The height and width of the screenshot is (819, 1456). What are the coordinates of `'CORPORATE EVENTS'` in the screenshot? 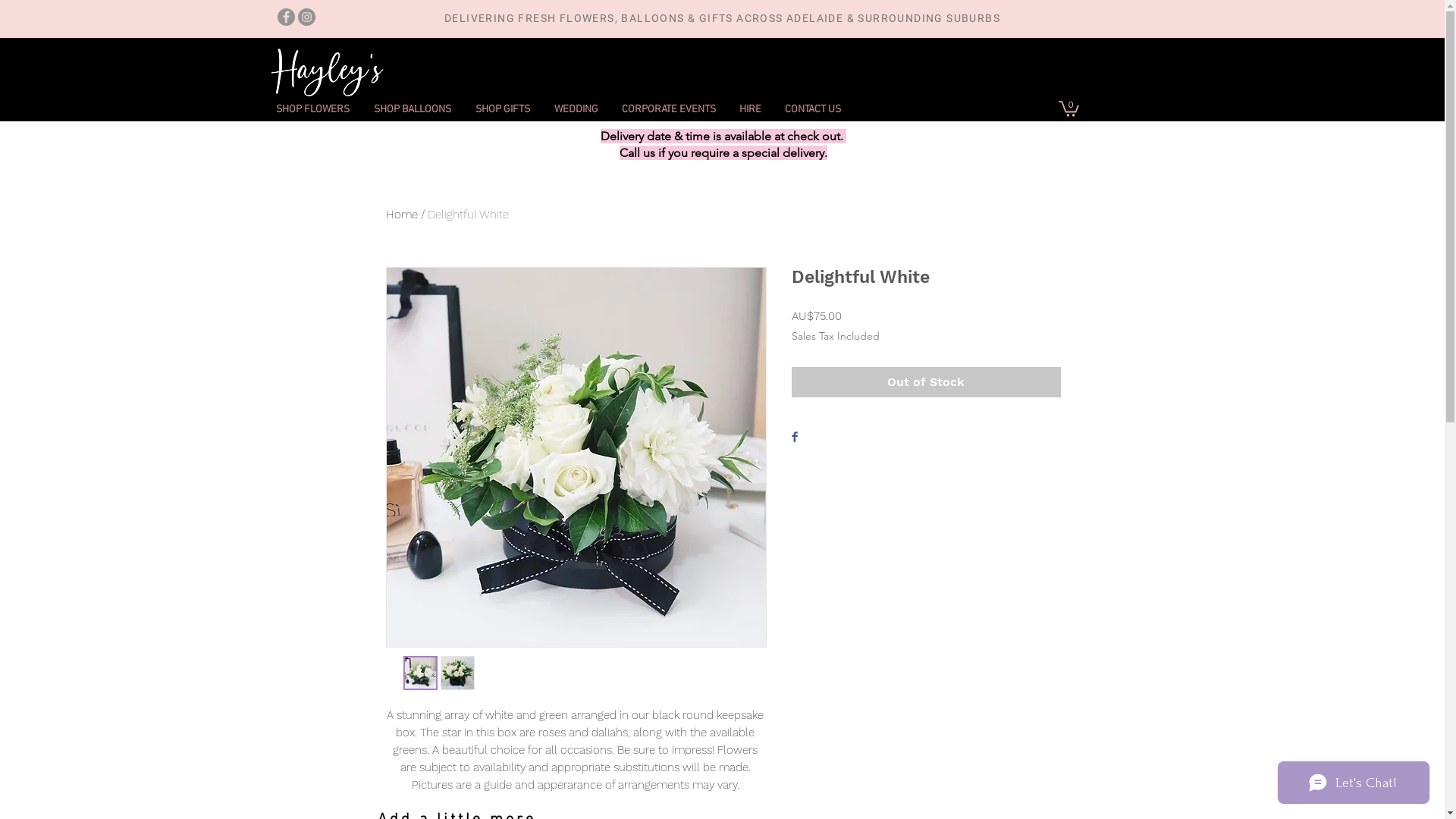 It's located at (667, 108).